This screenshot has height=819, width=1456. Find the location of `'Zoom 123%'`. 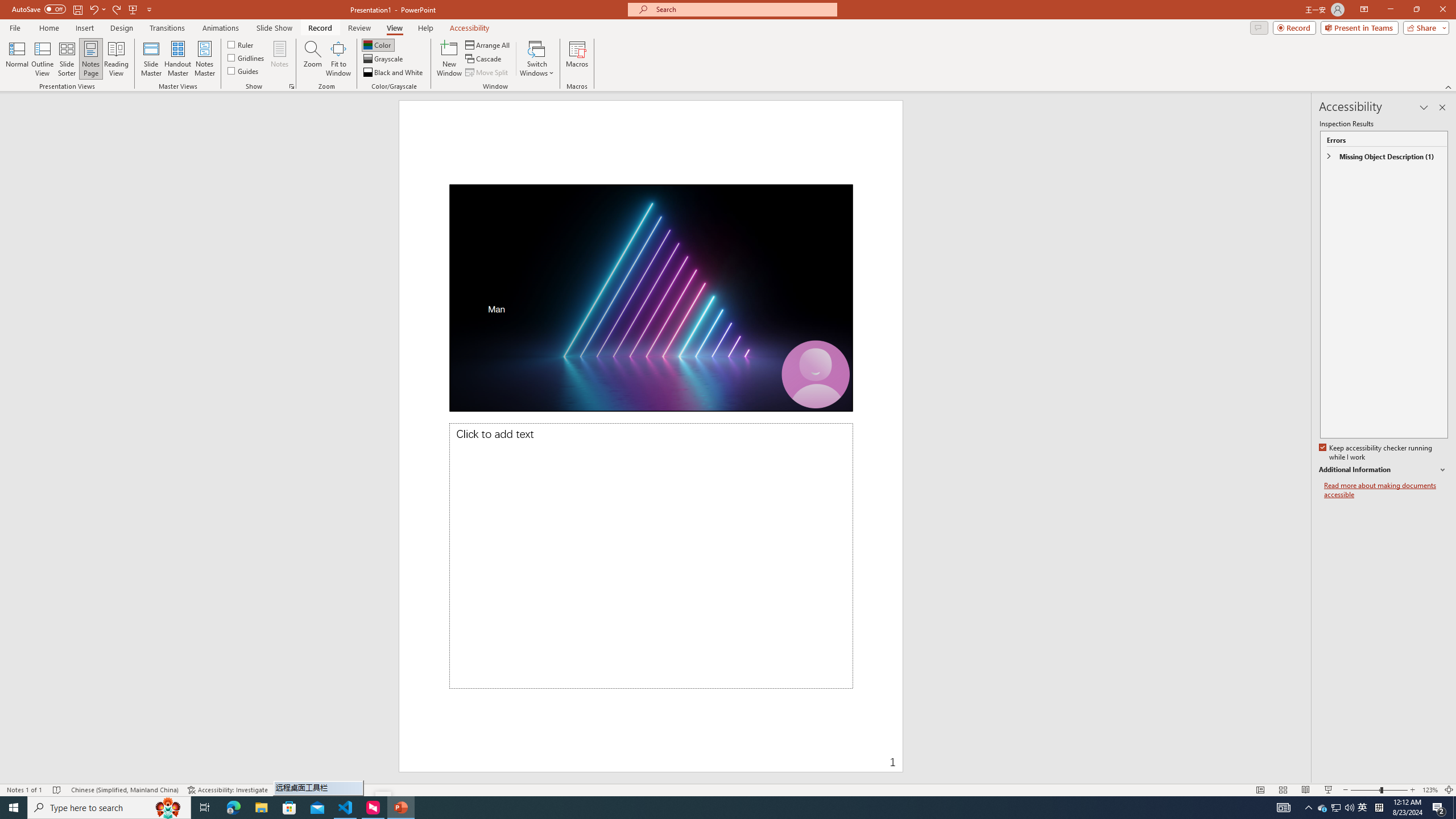

'Zoom 123%' is located at coordinates (1430, 790).